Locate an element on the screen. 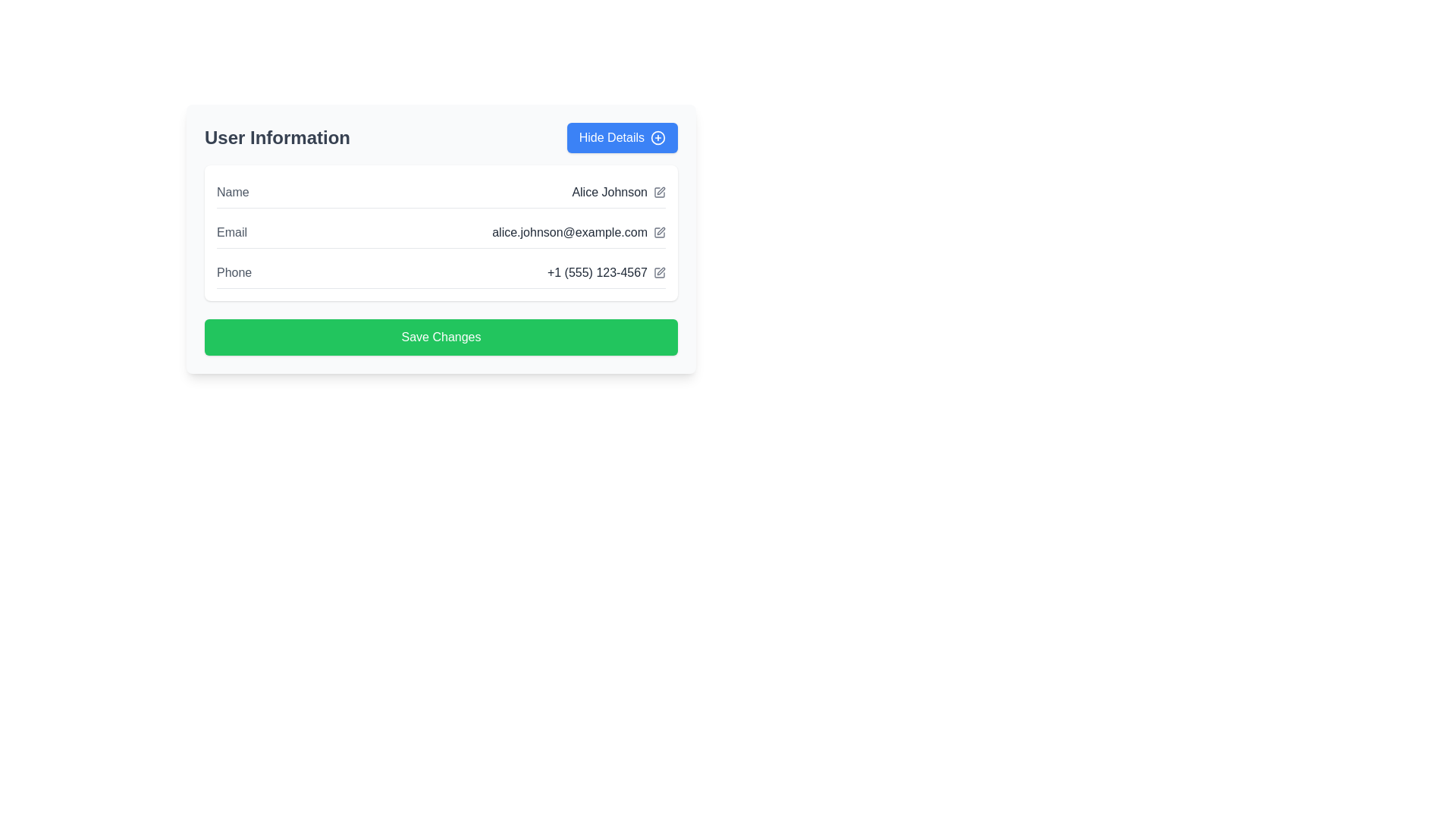 The height and width of the screenshot is (819, 1456). the edit button located to the far right of the phone number '+1 (555) 123-4567' to initiate editing the phone number is located at coordinates (659, 271).